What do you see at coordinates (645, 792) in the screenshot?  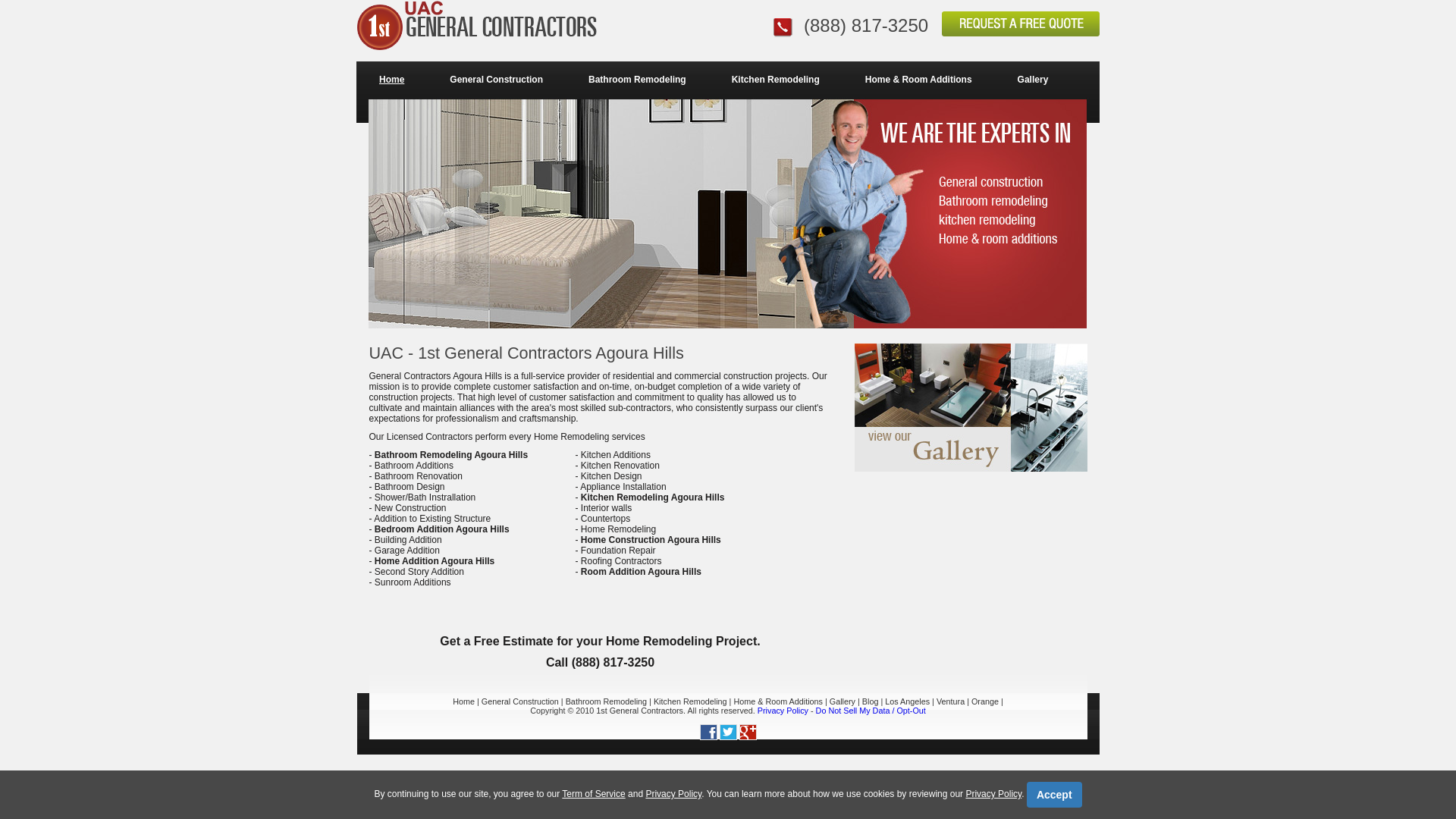 I see `'Privacy Policy'` at bounding box center [645, 792].